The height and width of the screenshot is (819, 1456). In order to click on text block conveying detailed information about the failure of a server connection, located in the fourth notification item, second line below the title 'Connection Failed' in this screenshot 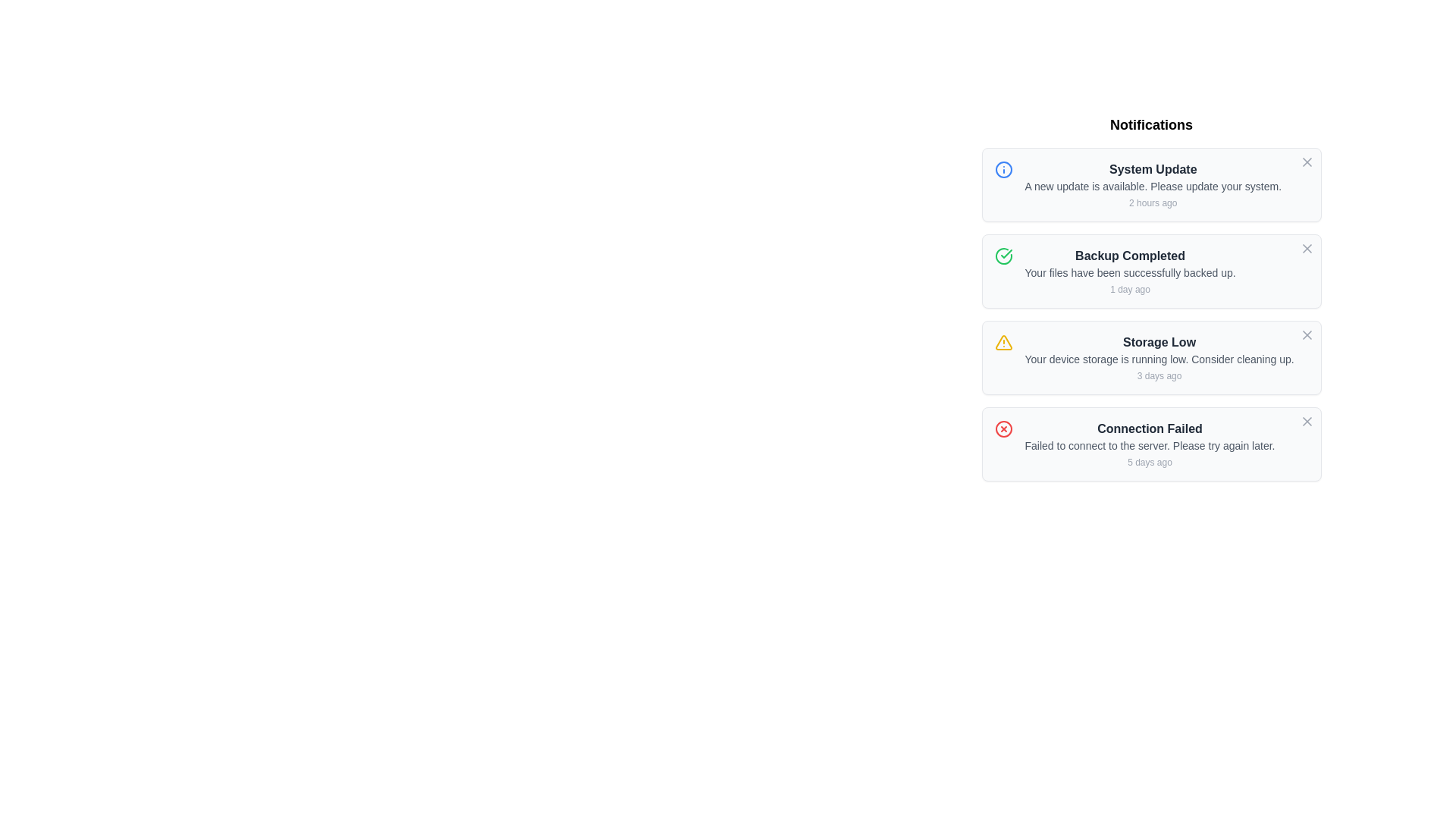, I will do `click(1150, 444)`.